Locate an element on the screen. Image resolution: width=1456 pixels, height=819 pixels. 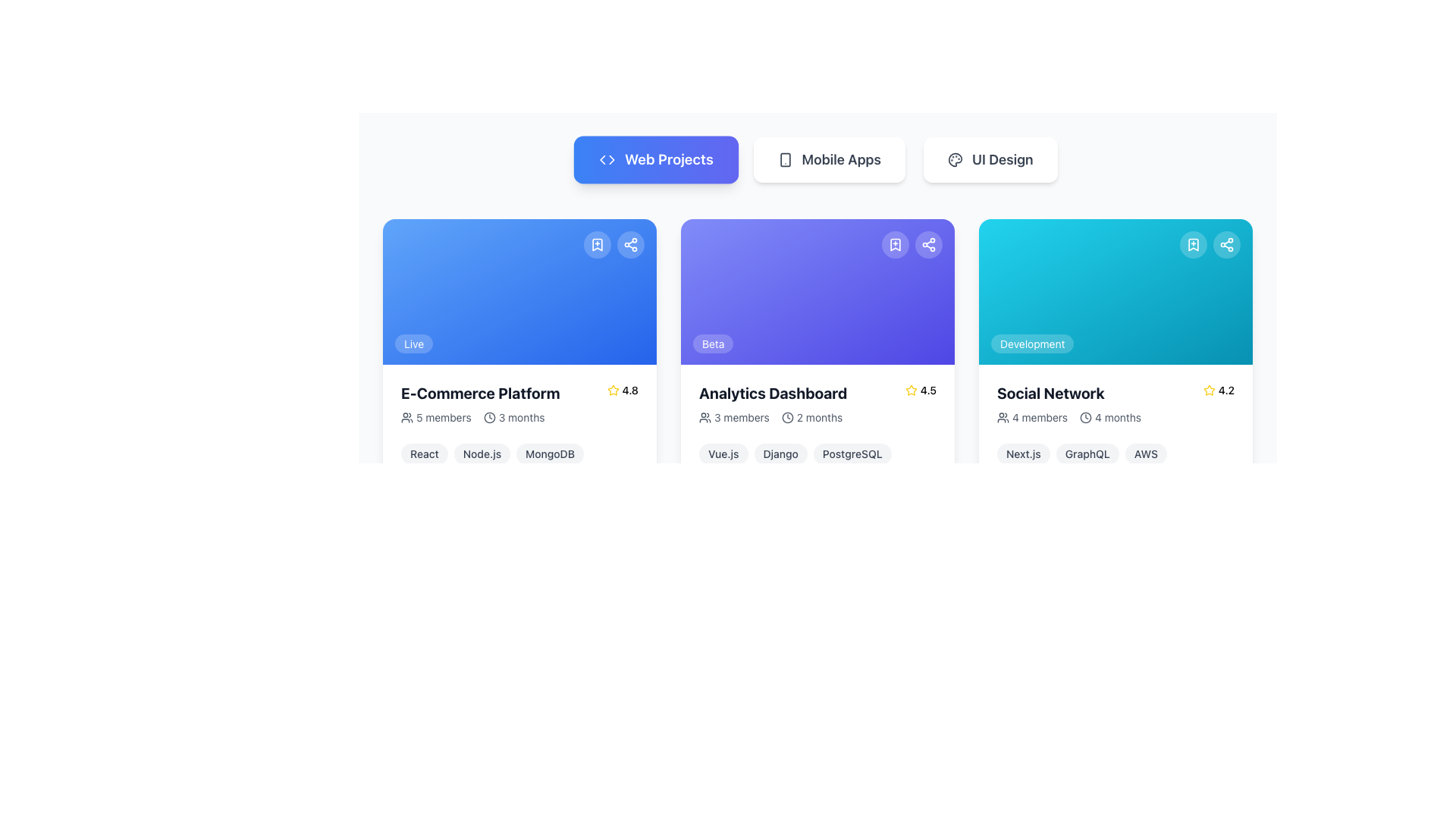
the bookmark button with a '+' symbol inside a rounded transparent button at the top-right corner of the Social Network card to bookmark the card is located at coordinates (1193, 244).